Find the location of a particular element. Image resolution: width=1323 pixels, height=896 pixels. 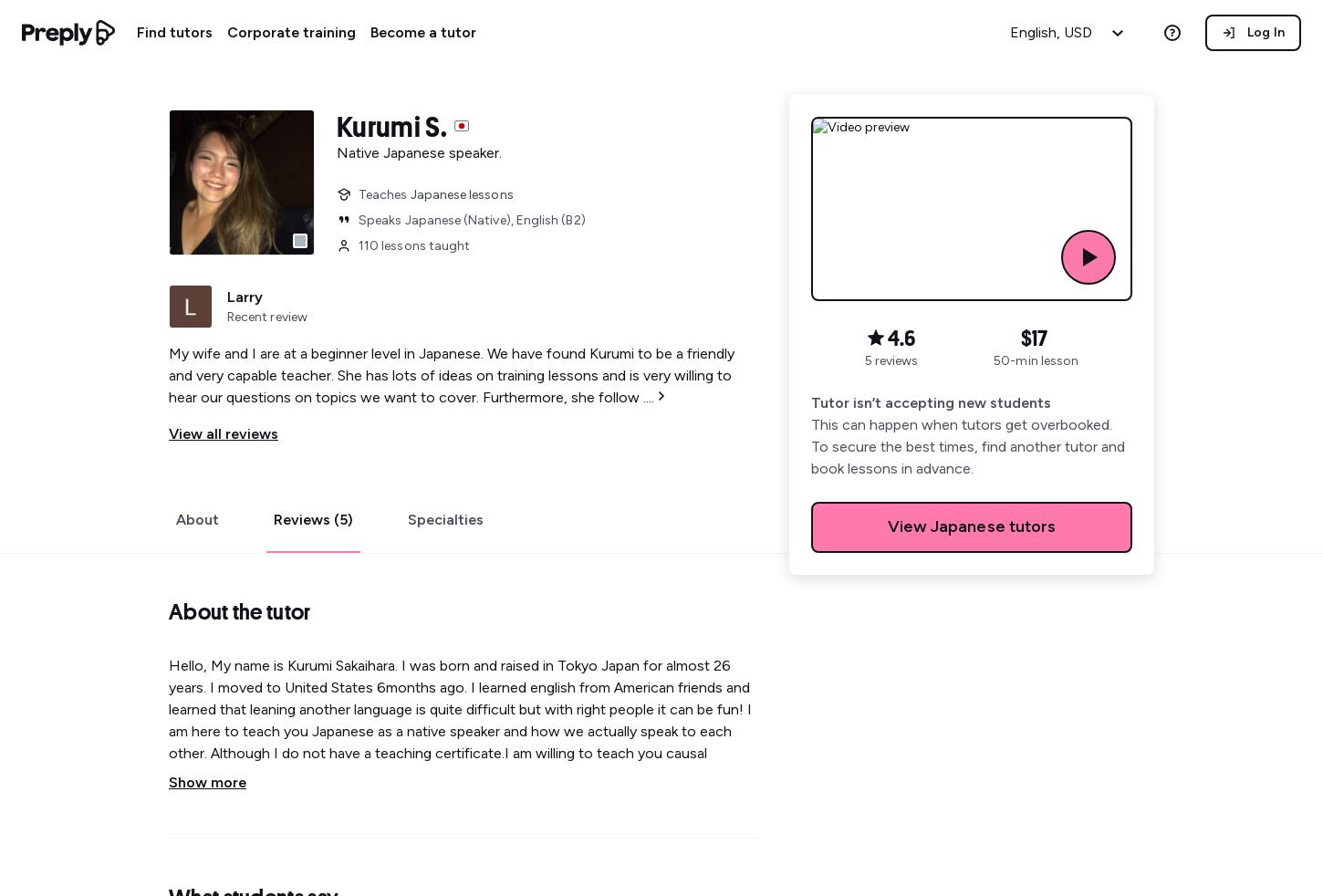

'17' is located at coordinates (1038, 338).